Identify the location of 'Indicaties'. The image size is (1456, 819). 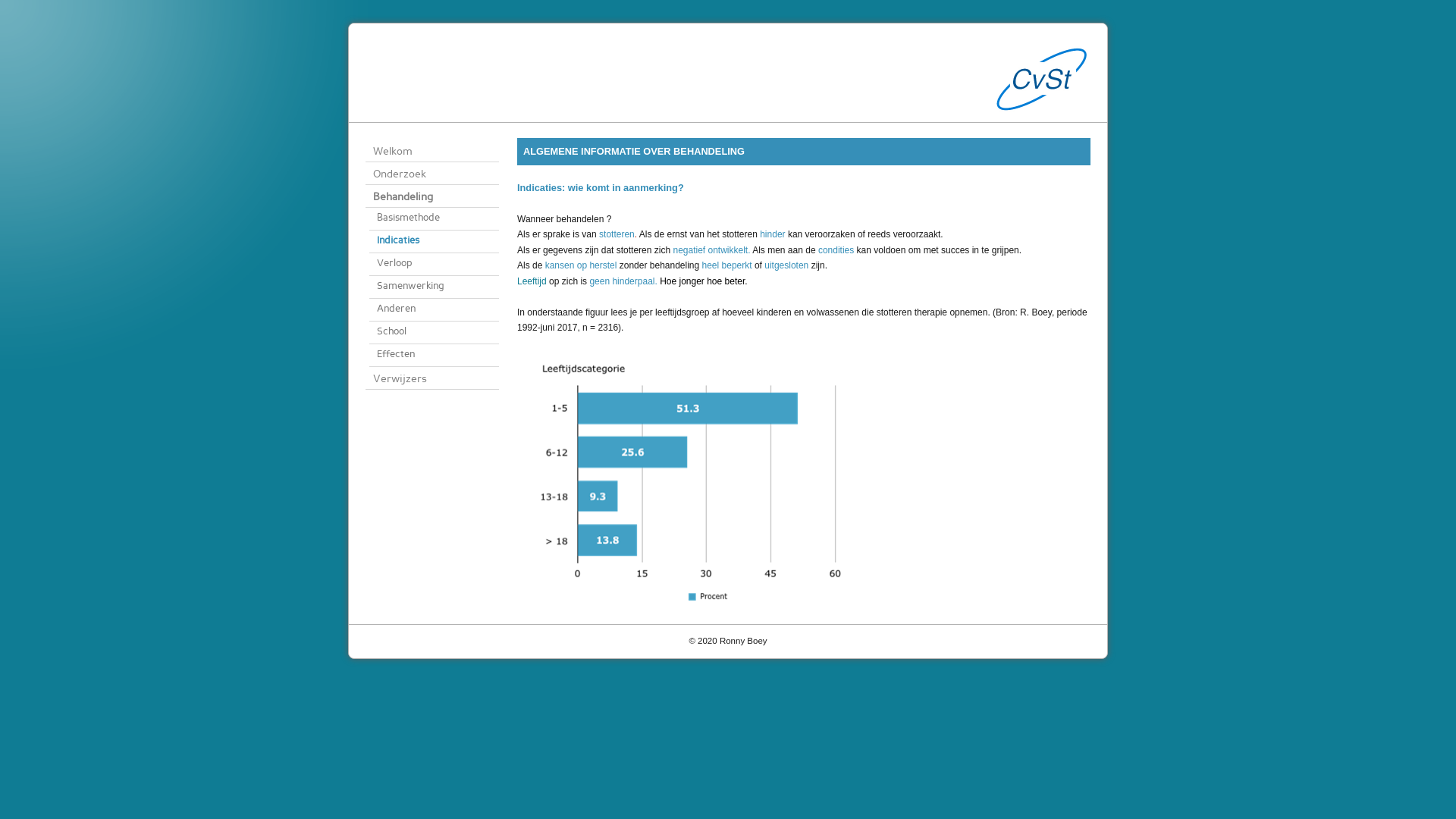
(369, 241).